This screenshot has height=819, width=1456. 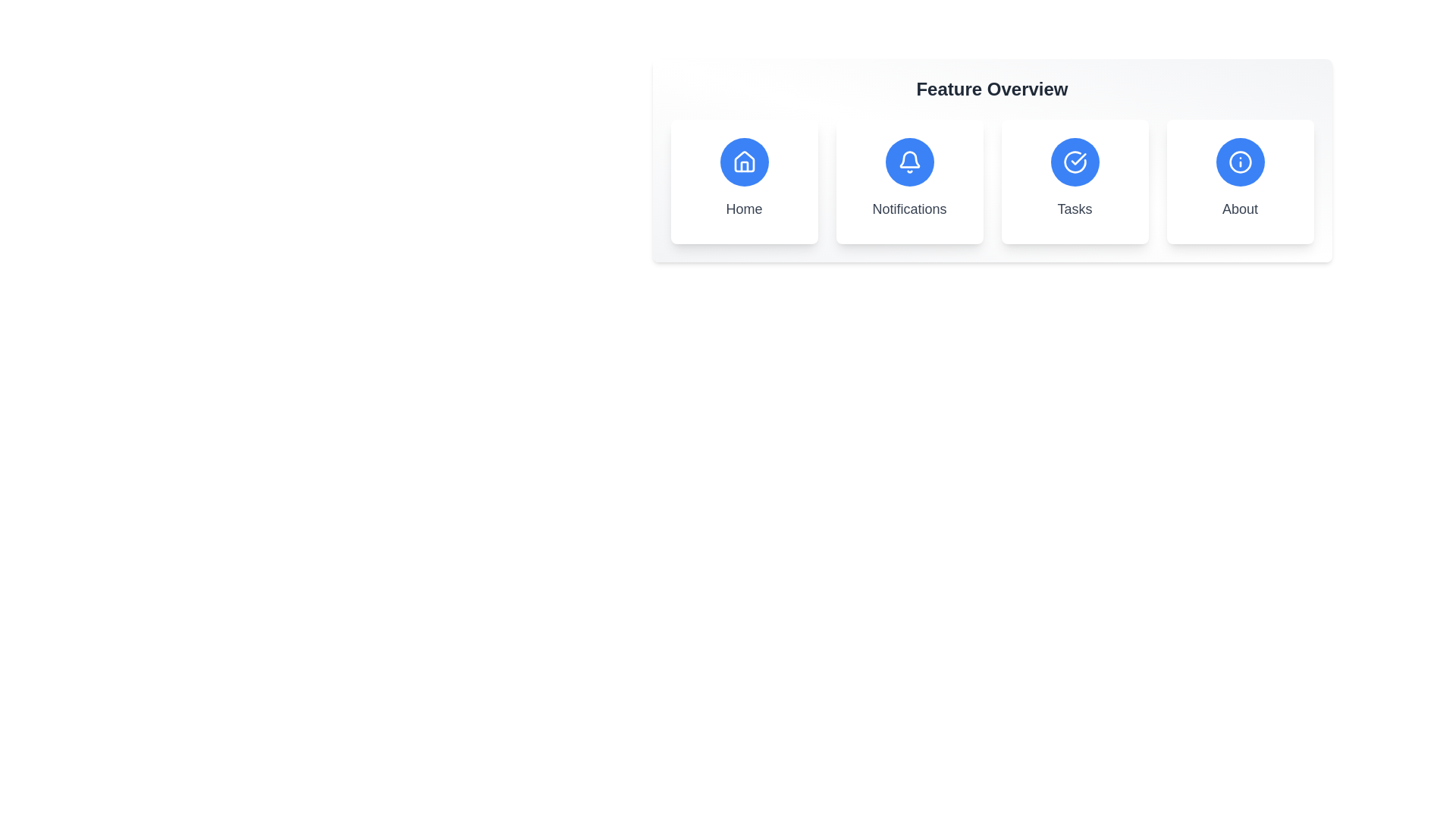 I want to click on the 'Tasks' text label located in the third column below the blue circular checkmark icon, so click(x=1074, y=209).